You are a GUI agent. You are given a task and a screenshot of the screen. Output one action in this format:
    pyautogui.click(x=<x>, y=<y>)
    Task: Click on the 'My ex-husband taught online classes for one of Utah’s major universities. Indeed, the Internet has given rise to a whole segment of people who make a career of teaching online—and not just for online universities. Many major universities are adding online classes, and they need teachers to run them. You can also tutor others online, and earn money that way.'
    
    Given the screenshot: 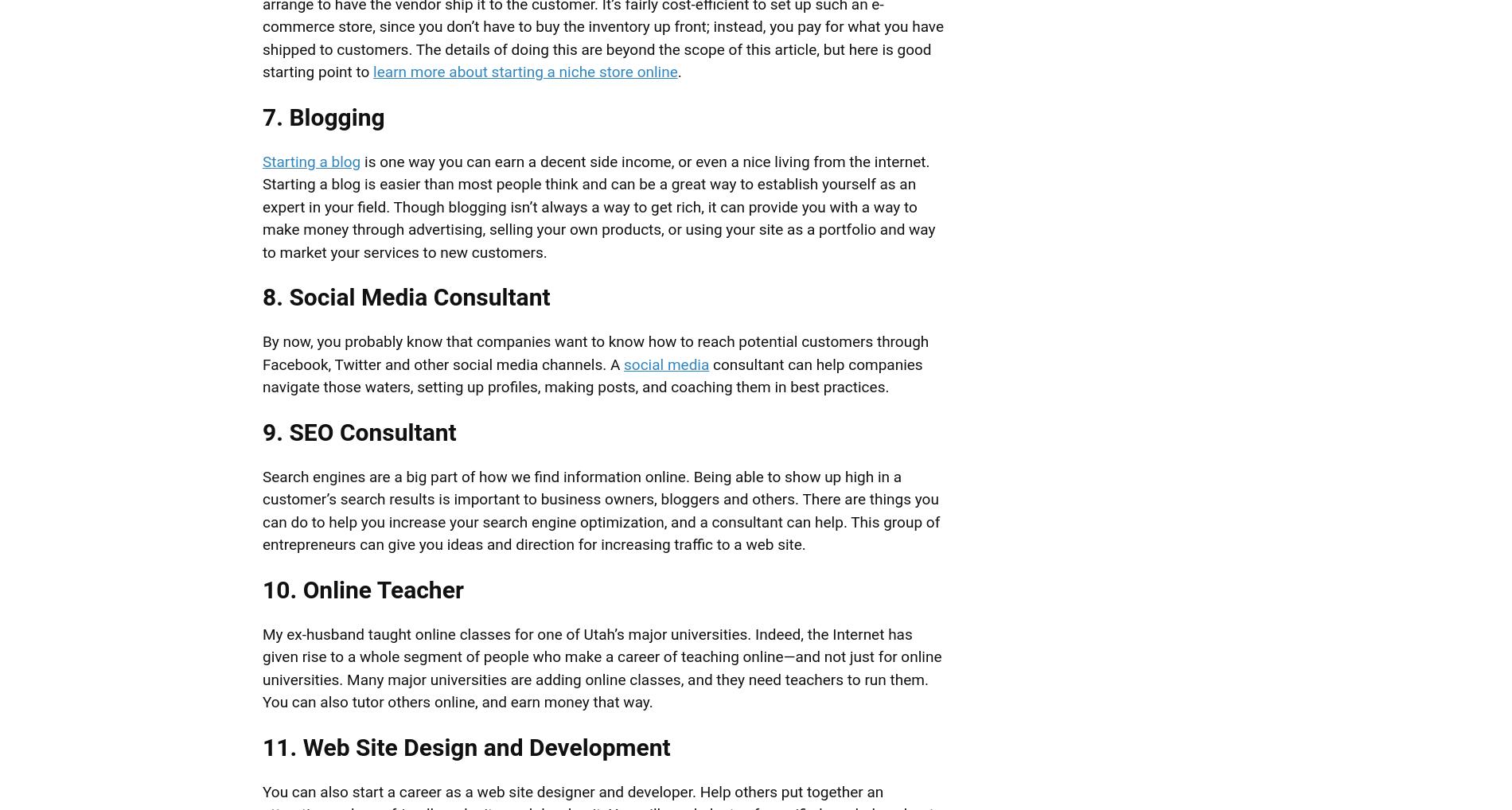 What is the action you would take?
    pyautogui.click(x=601, y=667)
    